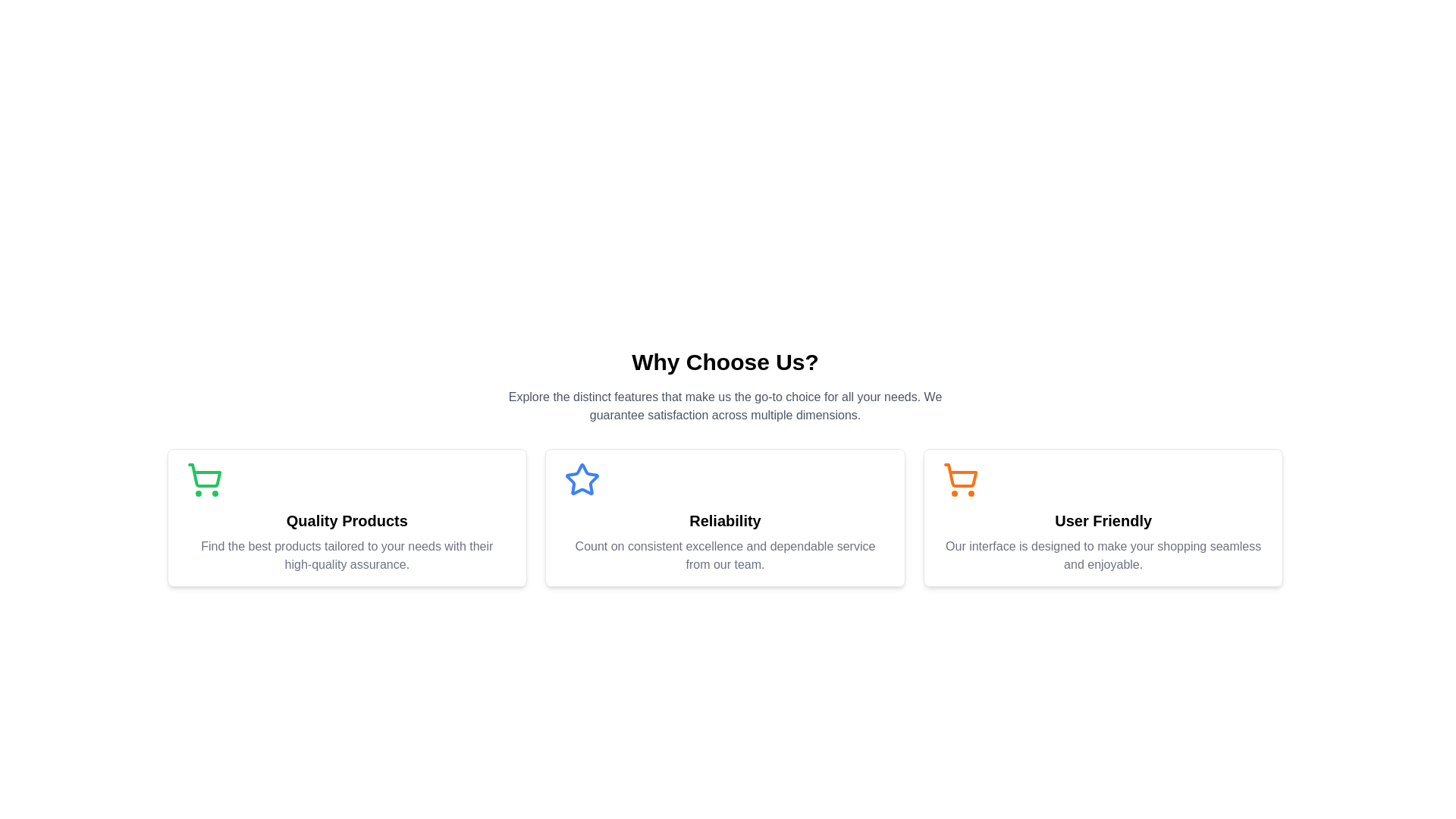 This screenshot has height=819, width=1456. I want to click on the text block that contains the phrase 'Our interface is designed to make your shopping seamless and enjoyable.' which is located at the bottom of the rightmost card and below the 'User Friendly' heading, so click(1103, 555).